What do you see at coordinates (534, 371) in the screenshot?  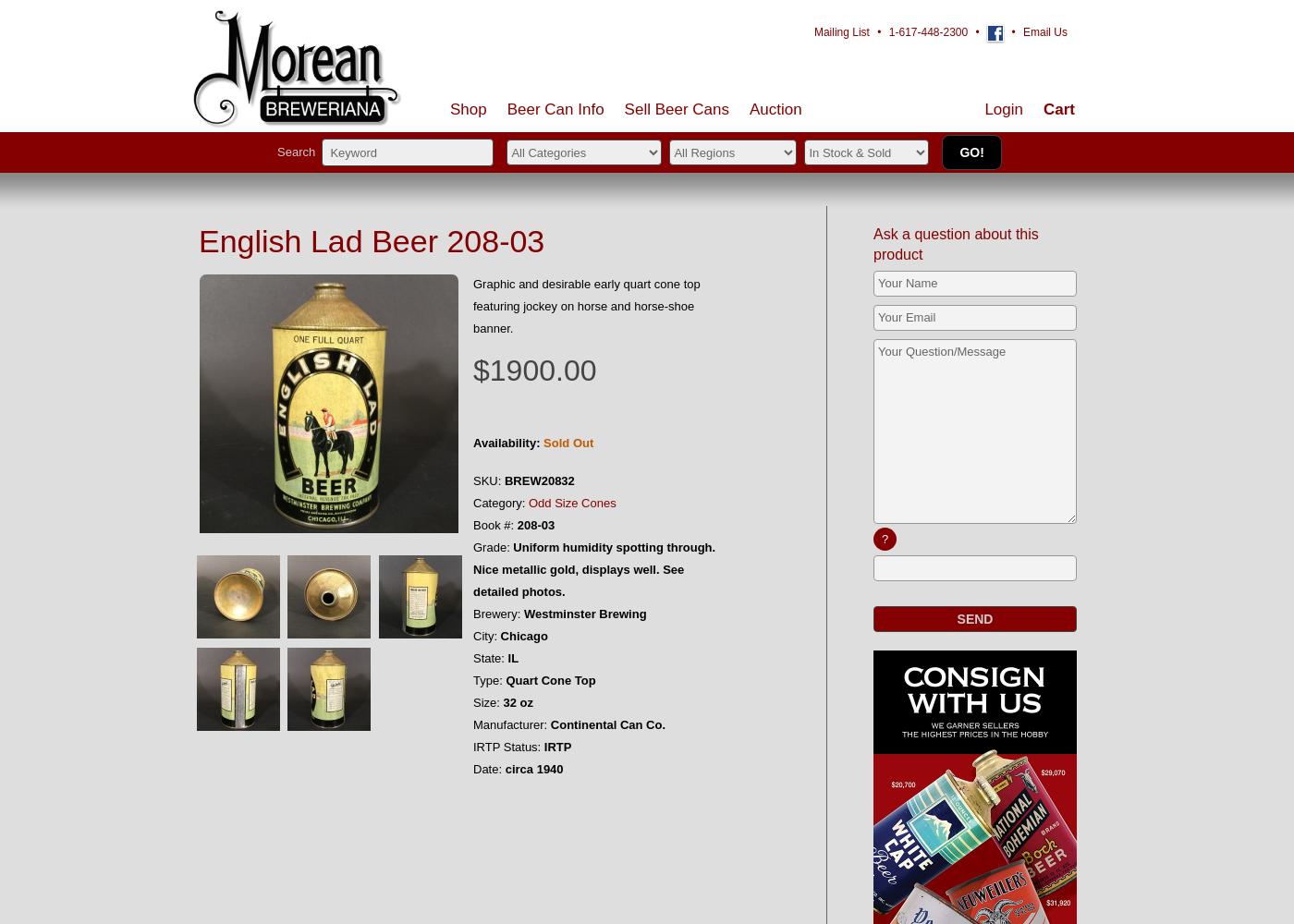 I see `'$1900.00'` at bounding box center [534, 371].